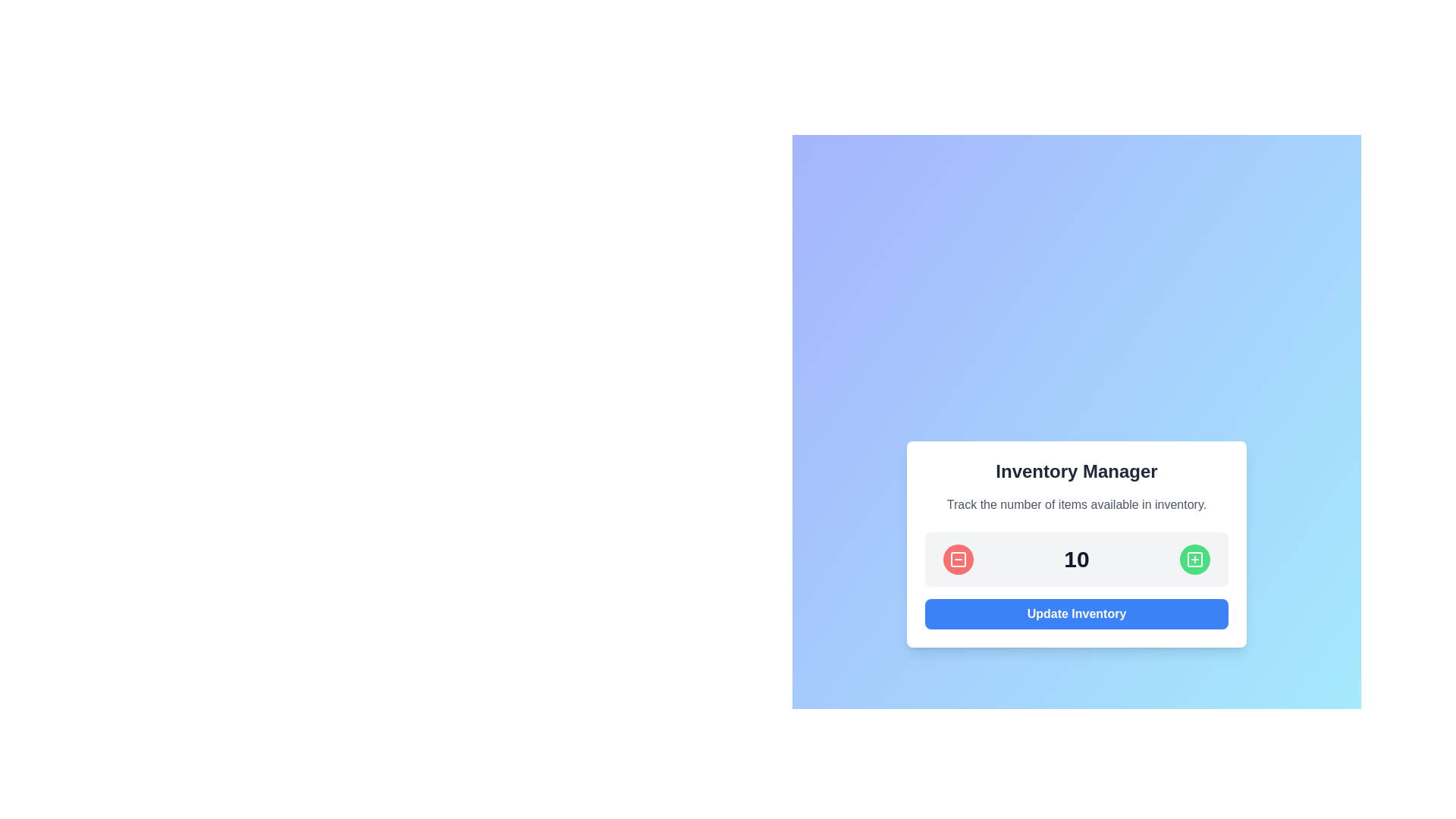  What do you see at coordinates (1076, 559) in the screenshot?
I see `the text label displaying the numerical value '10', which is styled in bold and large font and is positioned centrally between the decrement and increment buttons` at bounding box center [1076, 559].